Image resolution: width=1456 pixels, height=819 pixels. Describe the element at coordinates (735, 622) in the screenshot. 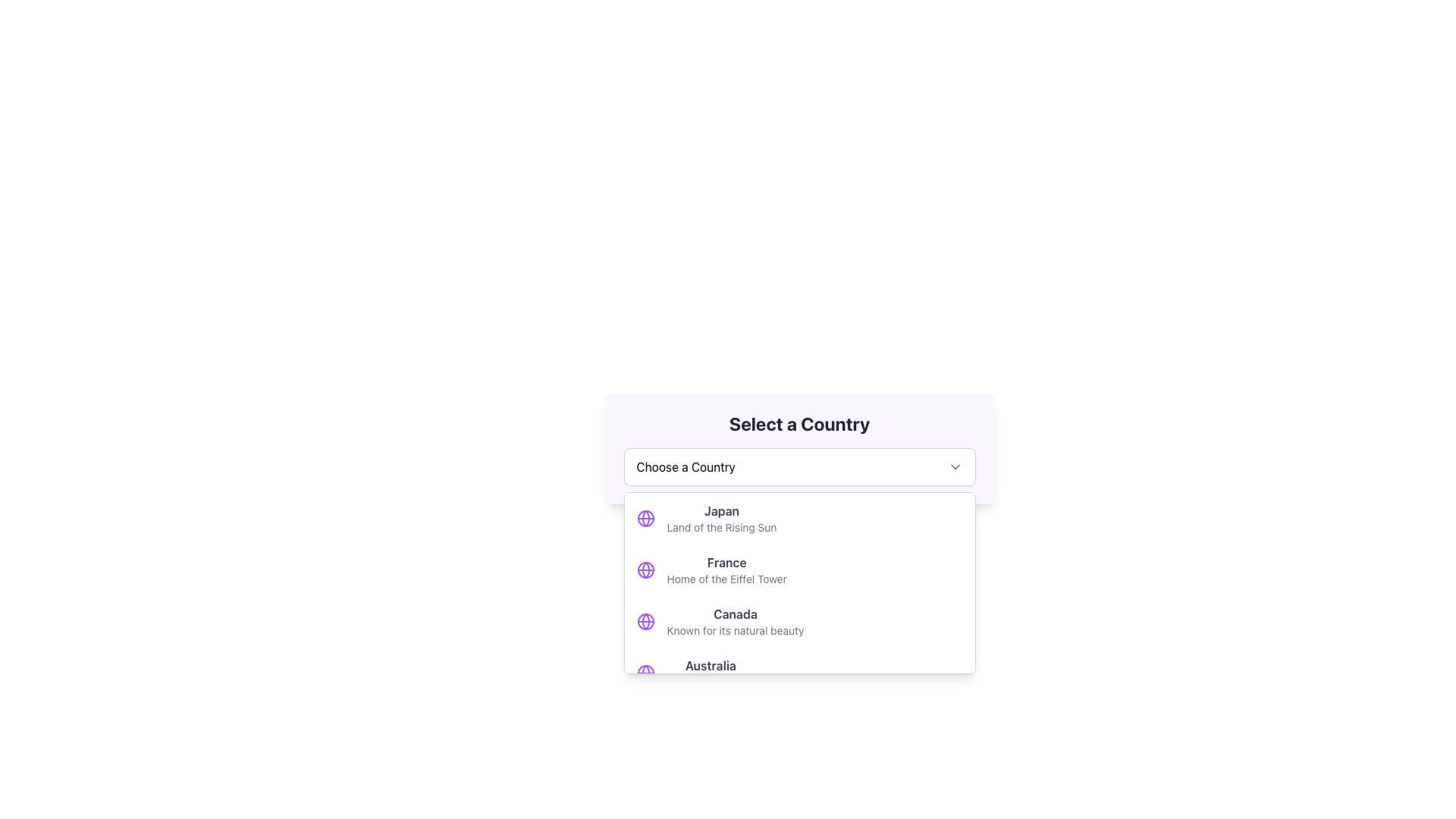

I see `the third option in the dropdown list that displays 'Canada' with the description 'Known for its natural beauty'` at that location.